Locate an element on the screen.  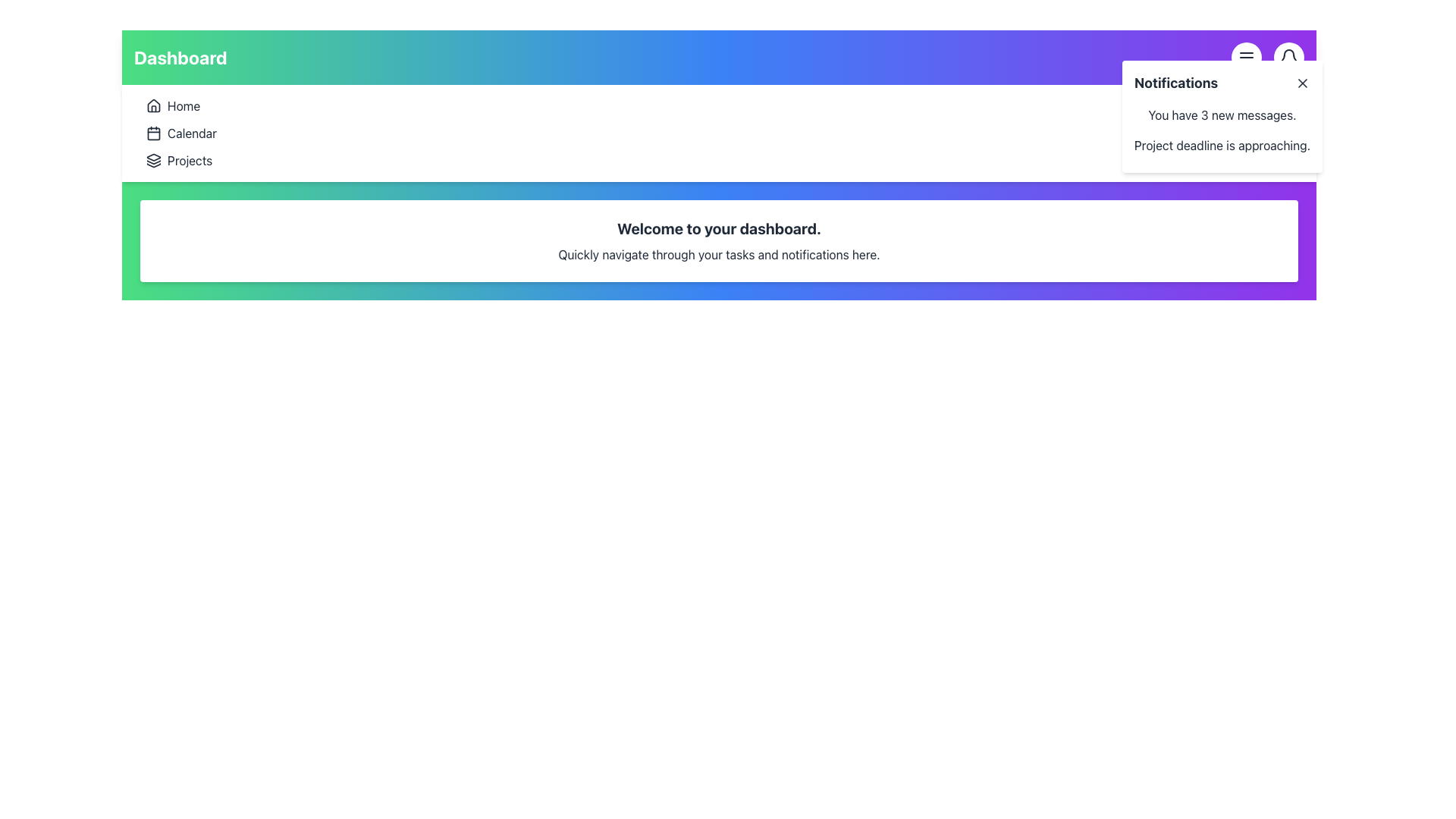
the house icon located to the left of the 'Home' text under the 'Dashboard' heading is located at coordinates (153, 105).